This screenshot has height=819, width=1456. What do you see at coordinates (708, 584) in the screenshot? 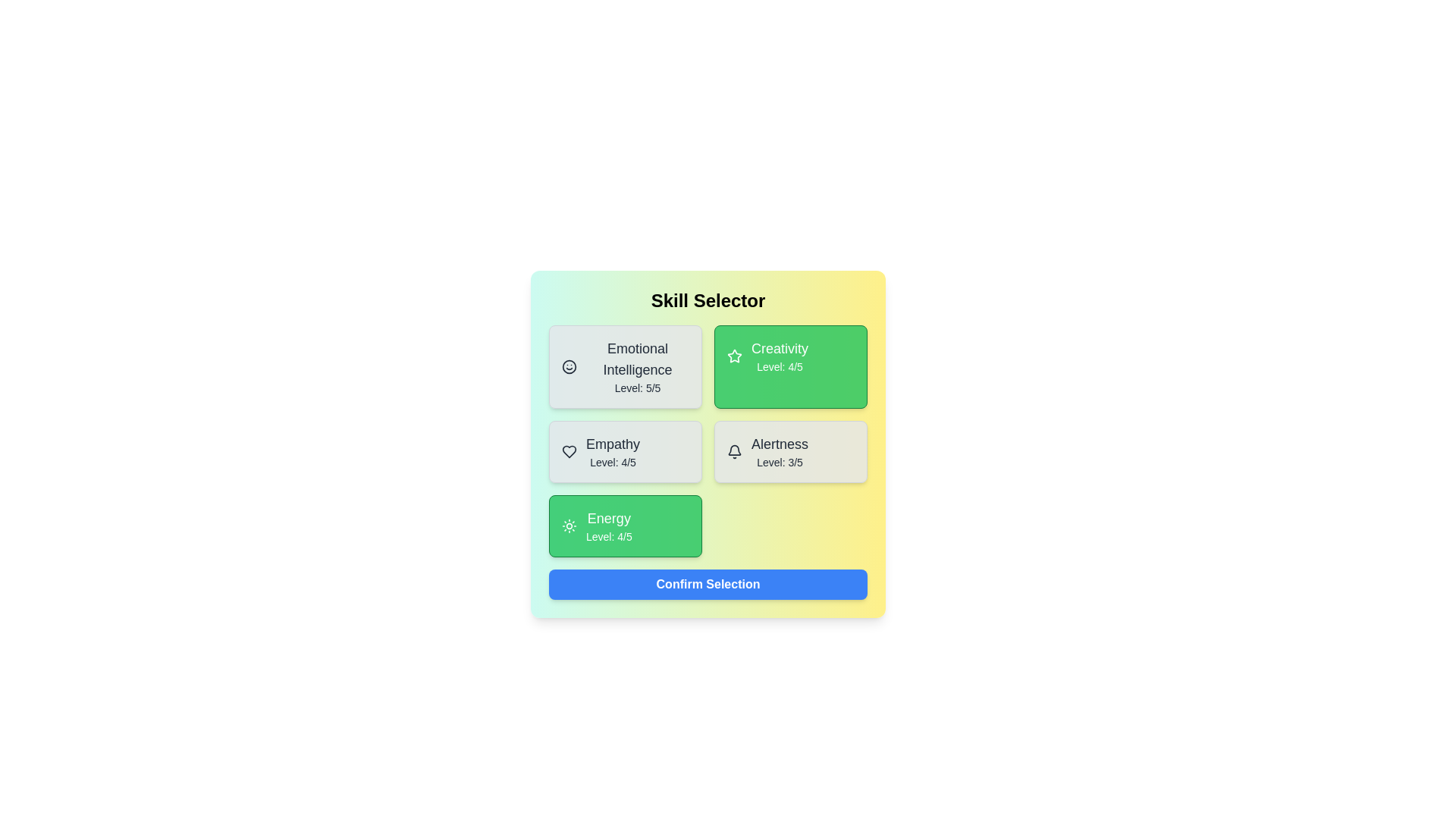
I see `'Confirm Selection' button` at bounding box center [708, 584].